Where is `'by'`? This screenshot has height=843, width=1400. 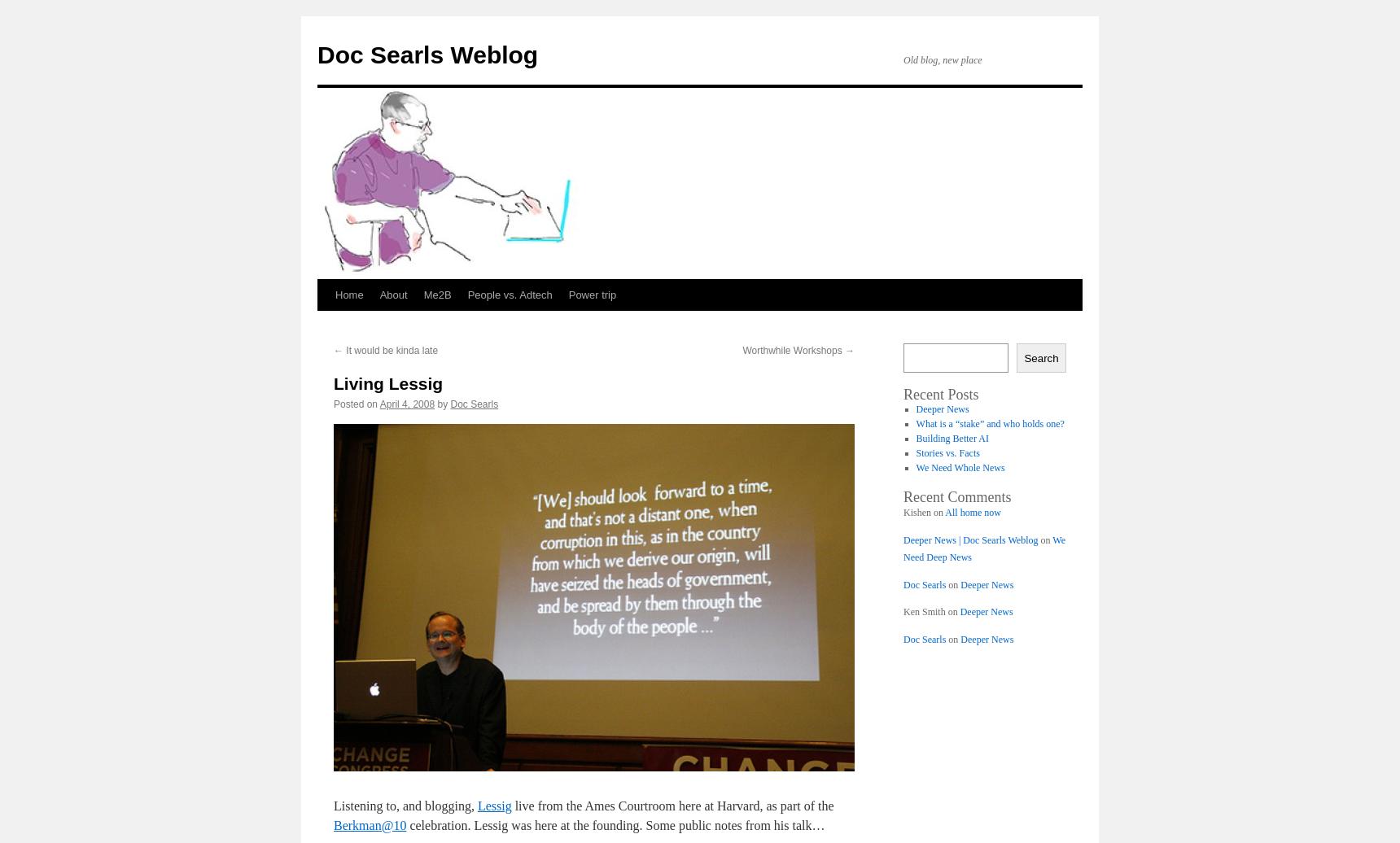
'by' is located at coordinates (442, 404).